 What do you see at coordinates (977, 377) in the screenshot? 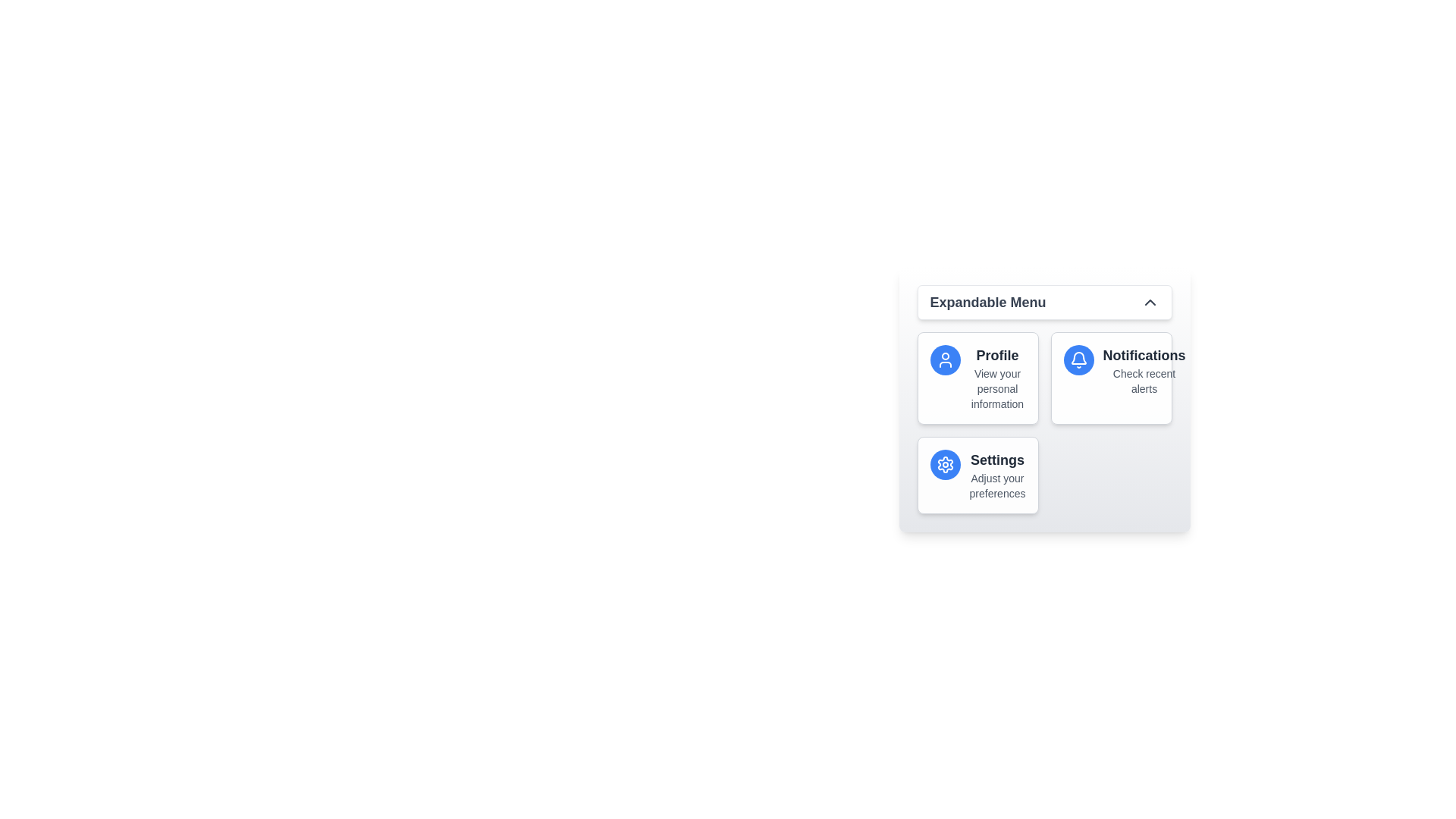
I see `the menu item labeled Profile` at bounding box center [977, 377].